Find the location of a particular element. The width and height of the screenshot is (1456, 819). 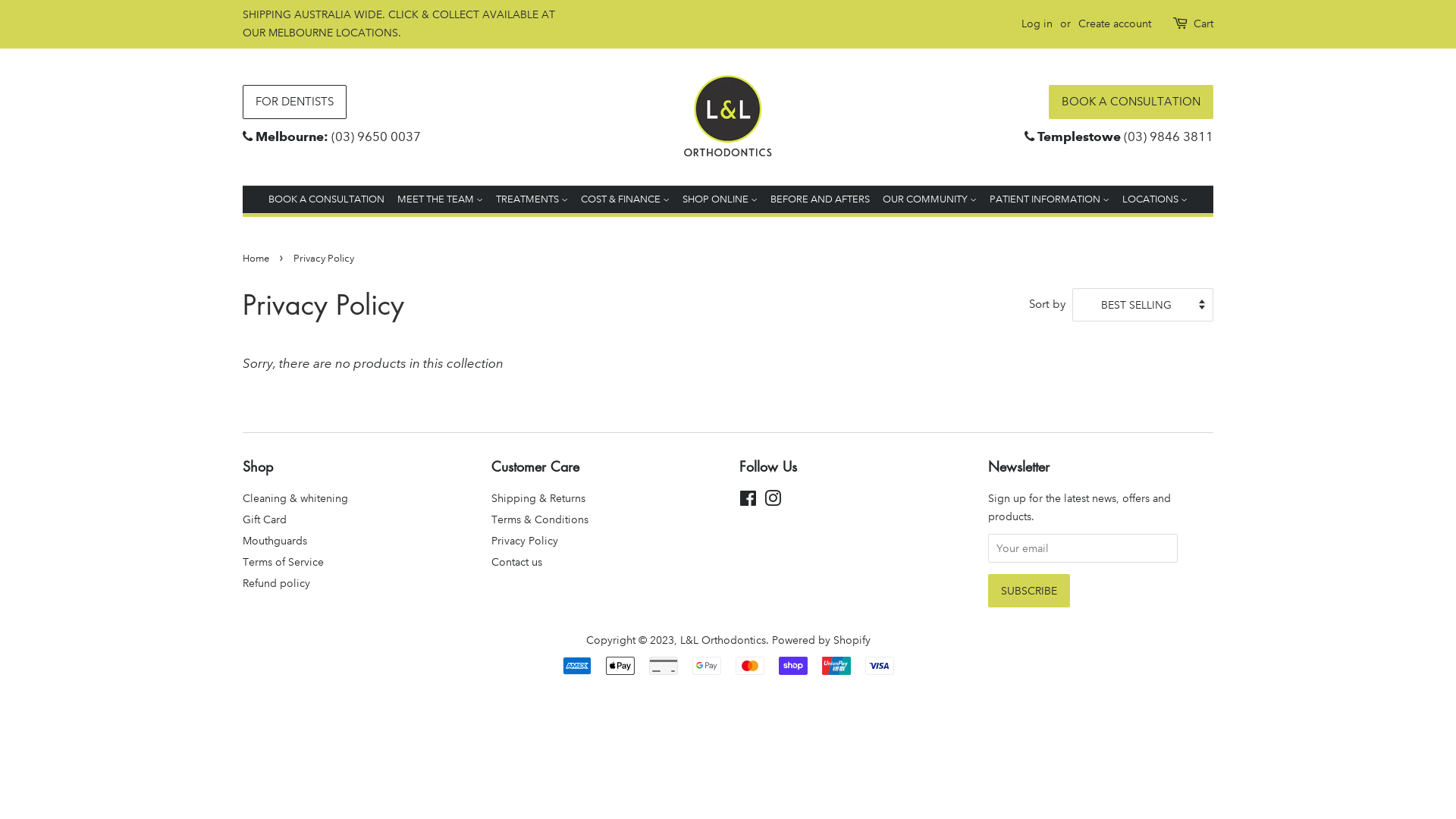

'SHOP ONLINE' is located at coordinates (719, 199).